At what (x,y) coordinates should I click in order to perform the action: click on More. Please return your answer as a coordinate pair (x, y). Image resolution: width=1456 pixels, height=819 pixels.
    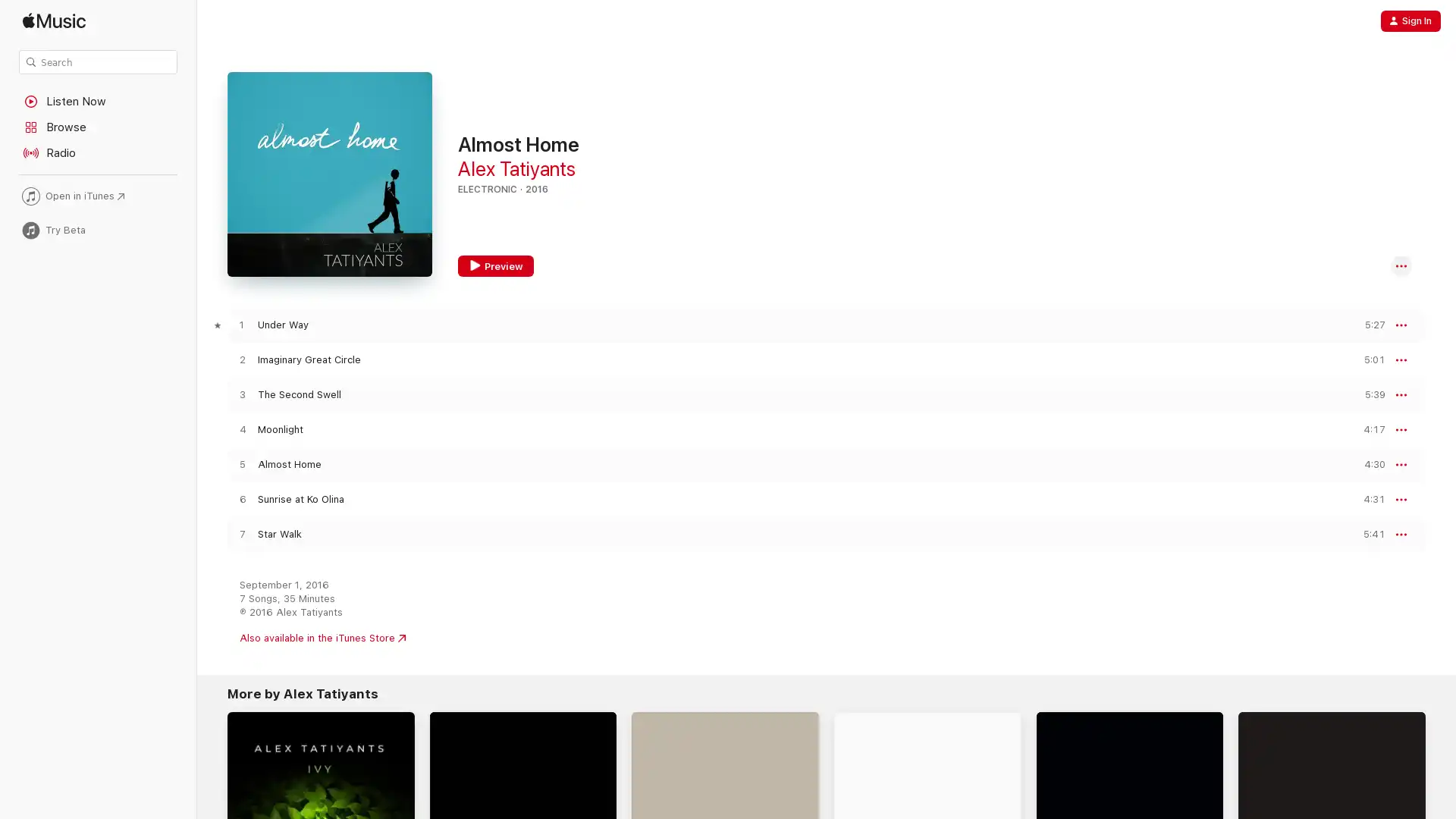
    Looking at the image, I should click on (1401, 500).